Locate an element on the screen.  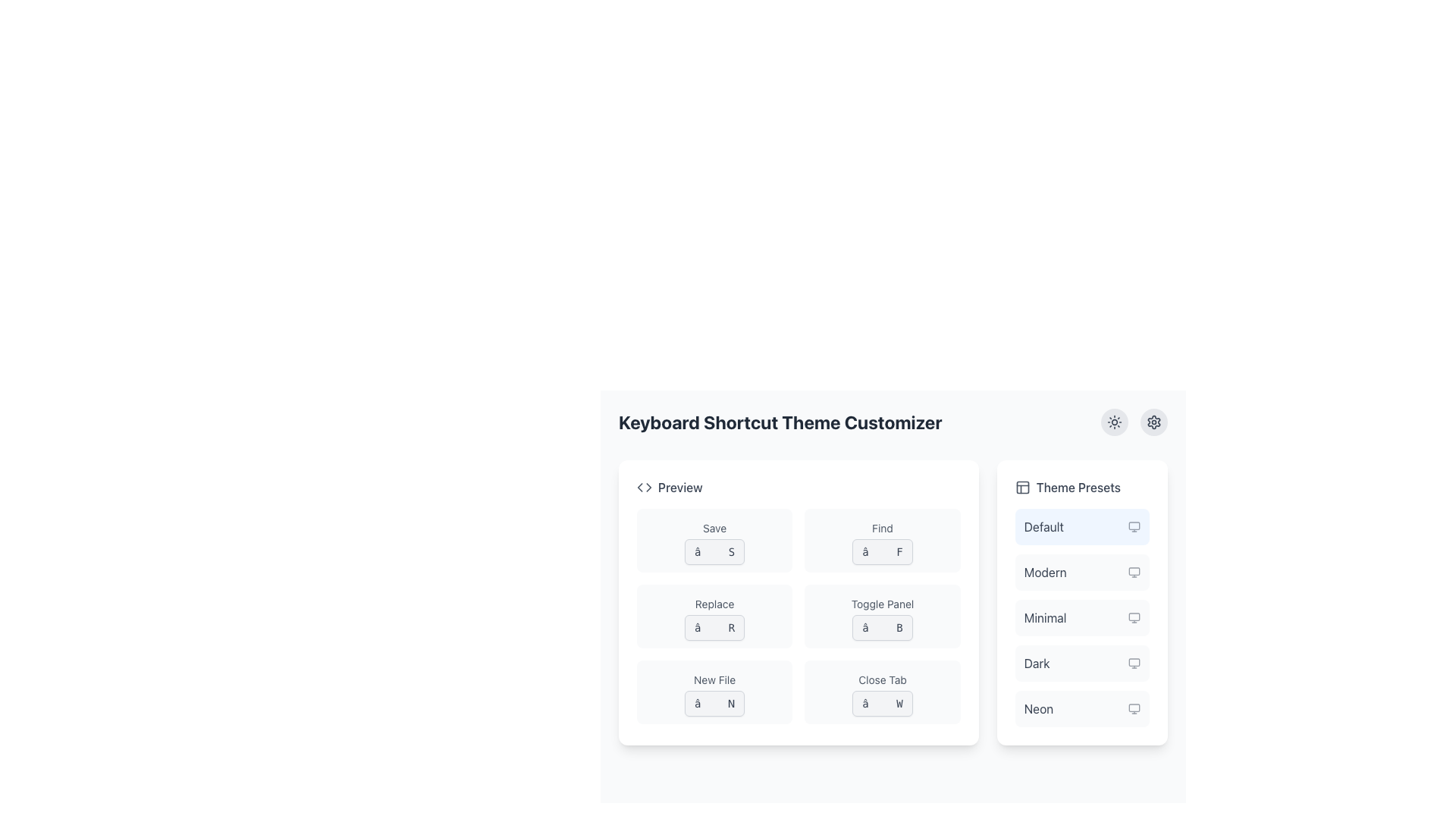
text label 'Theme Presets' which is styled in medium font weight and gray color, located on the right-hand side of the interface adjacent to an icon is located at coordinates (1078, 488).